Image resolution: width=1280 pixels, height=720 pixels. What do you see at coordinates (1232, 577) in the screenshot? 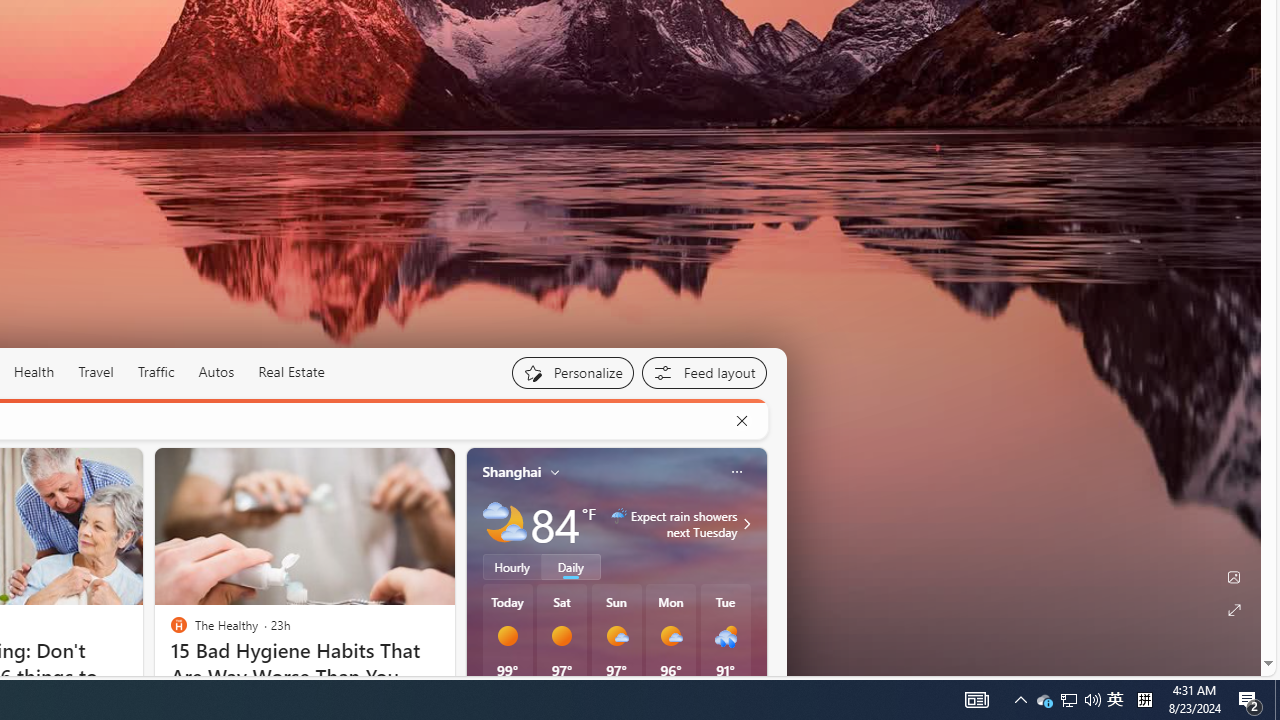
I see `'Edit Background'` at bounding box center [1232, 577].